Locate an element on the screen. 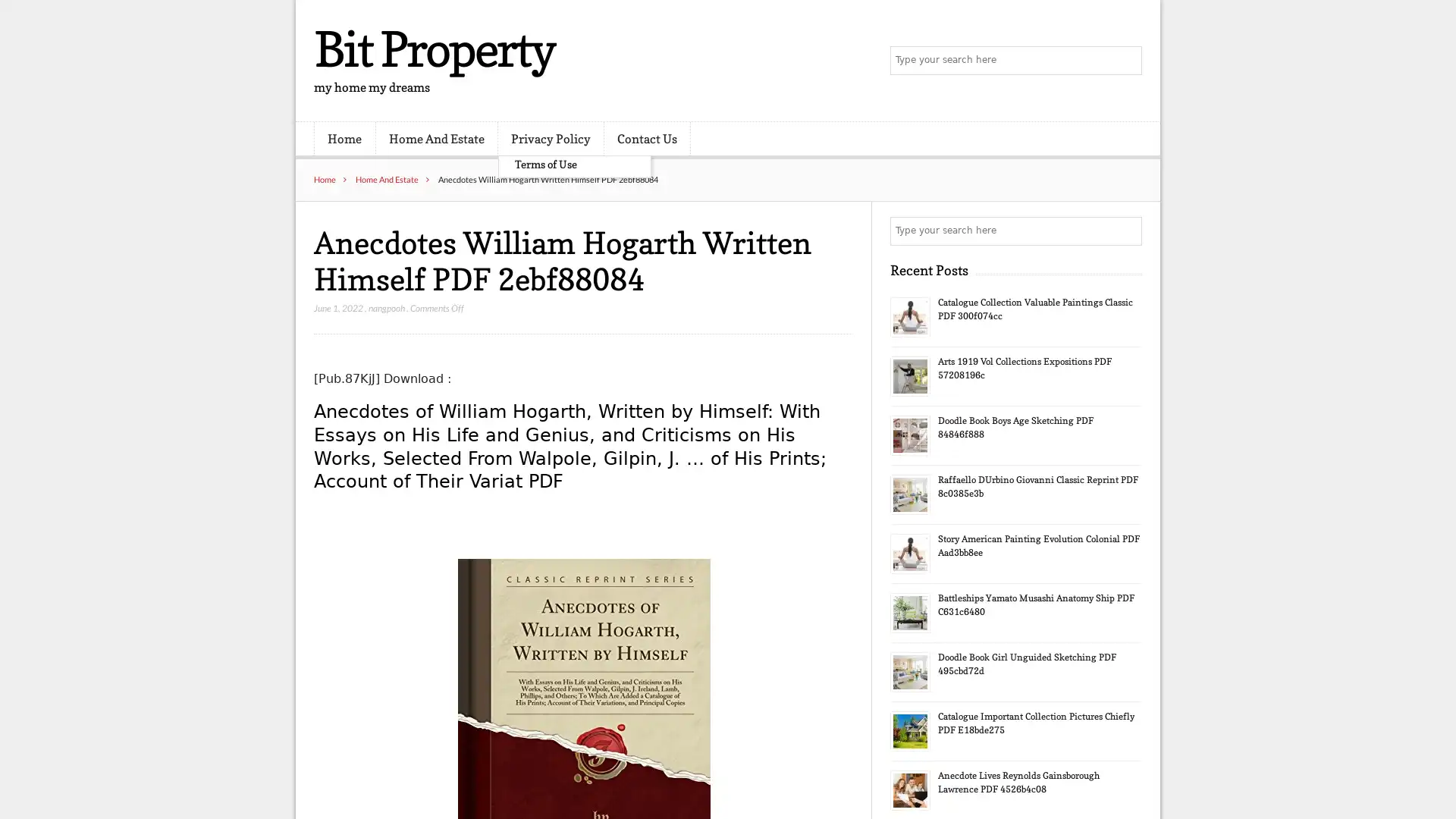 The height and width of the screenshot is (819, 1456). Search is located at coordinates (1126, 231).